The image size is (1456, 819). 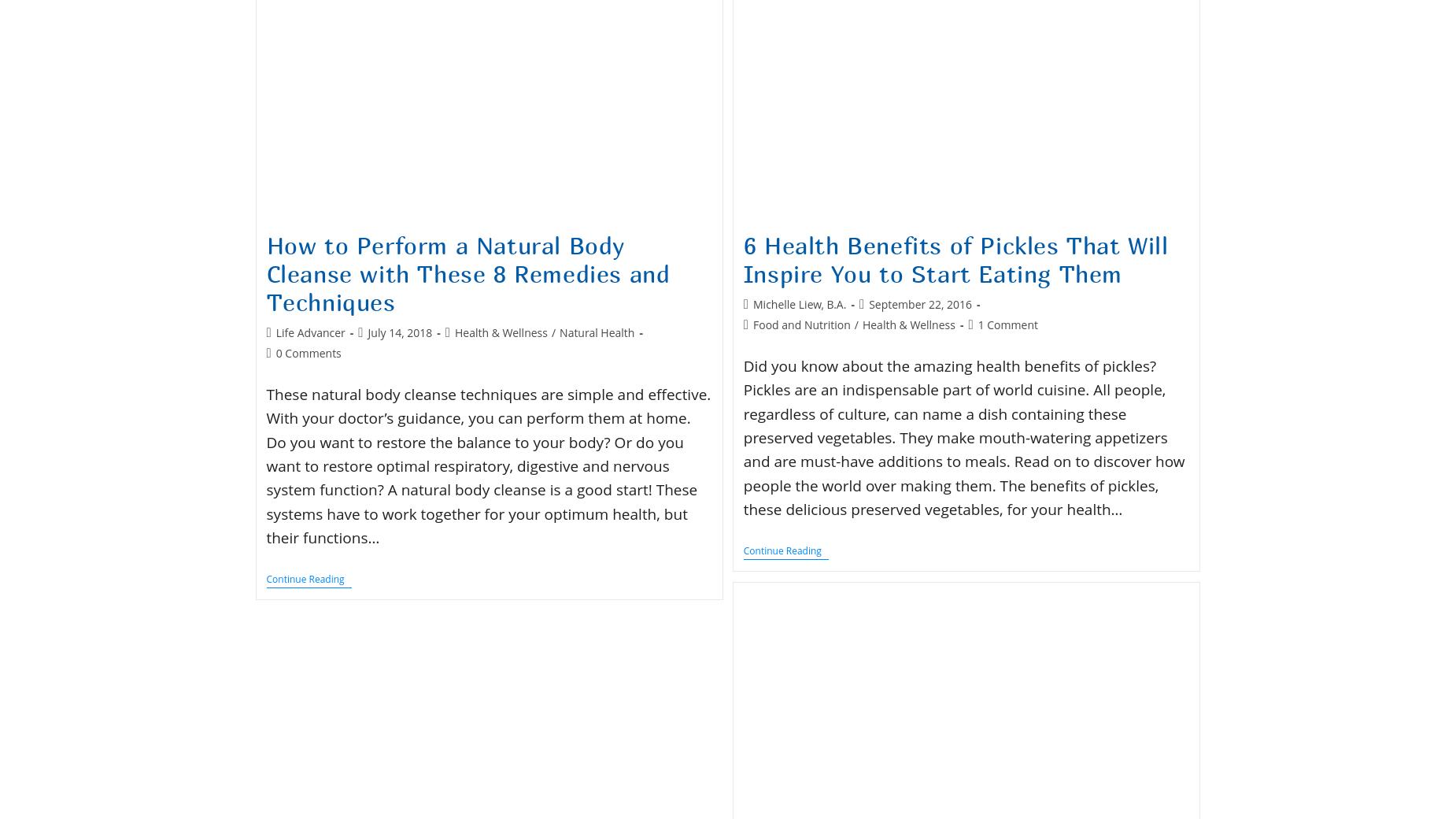 What do you see at coordinates (742, 436) in the screenshot?
I see `'Did you know about the amazing health benefits of pickles? Pickles are an indispensable part of world cuisine. All people, regardless of culture, can name a dish containing these preserved vegetables. They make mouth-watering appetizers and are must-have additions to meals. Read on to discover how people the world over making them. The benefits of pickles, these delicious preserved vegetables, for your health…'` at bounding box center [742, 436].